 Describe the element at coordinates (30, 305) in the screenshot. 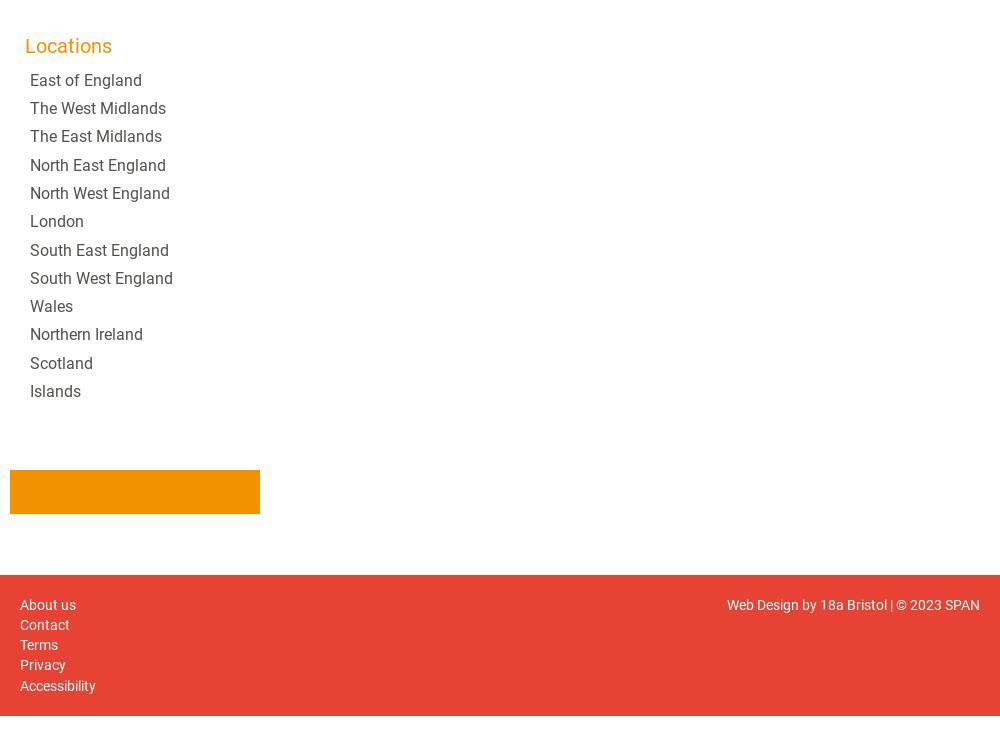

I see `'Wales'` at that location.